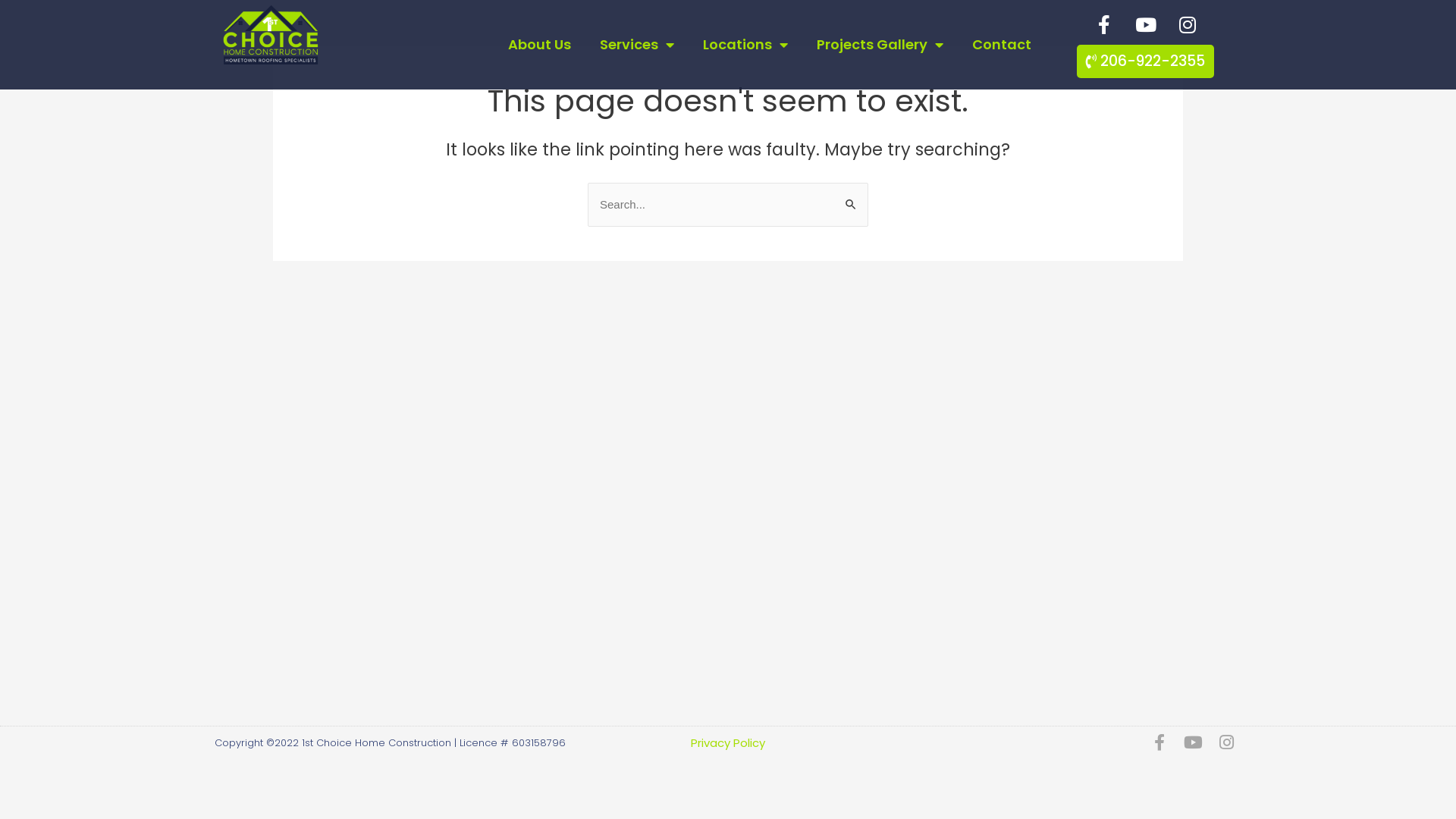 The width and height of the screenshot is (1456, 819). Describe the element at coordinates (1186, 24) in the screenshot. I see `'Instagram'` at that location.